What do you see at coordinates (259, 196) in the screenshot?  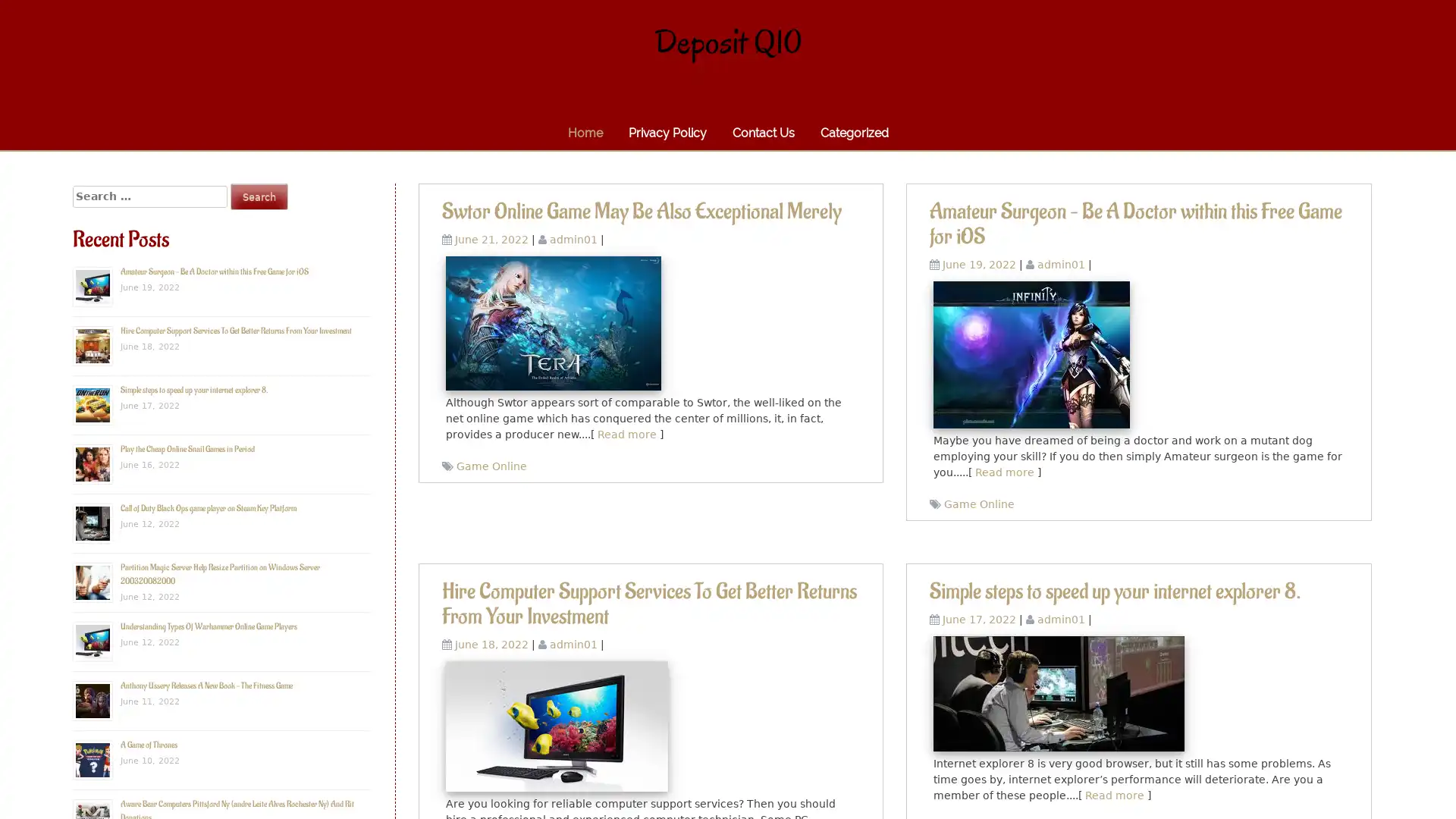 I see `Search` at bounding box center [259, 196].